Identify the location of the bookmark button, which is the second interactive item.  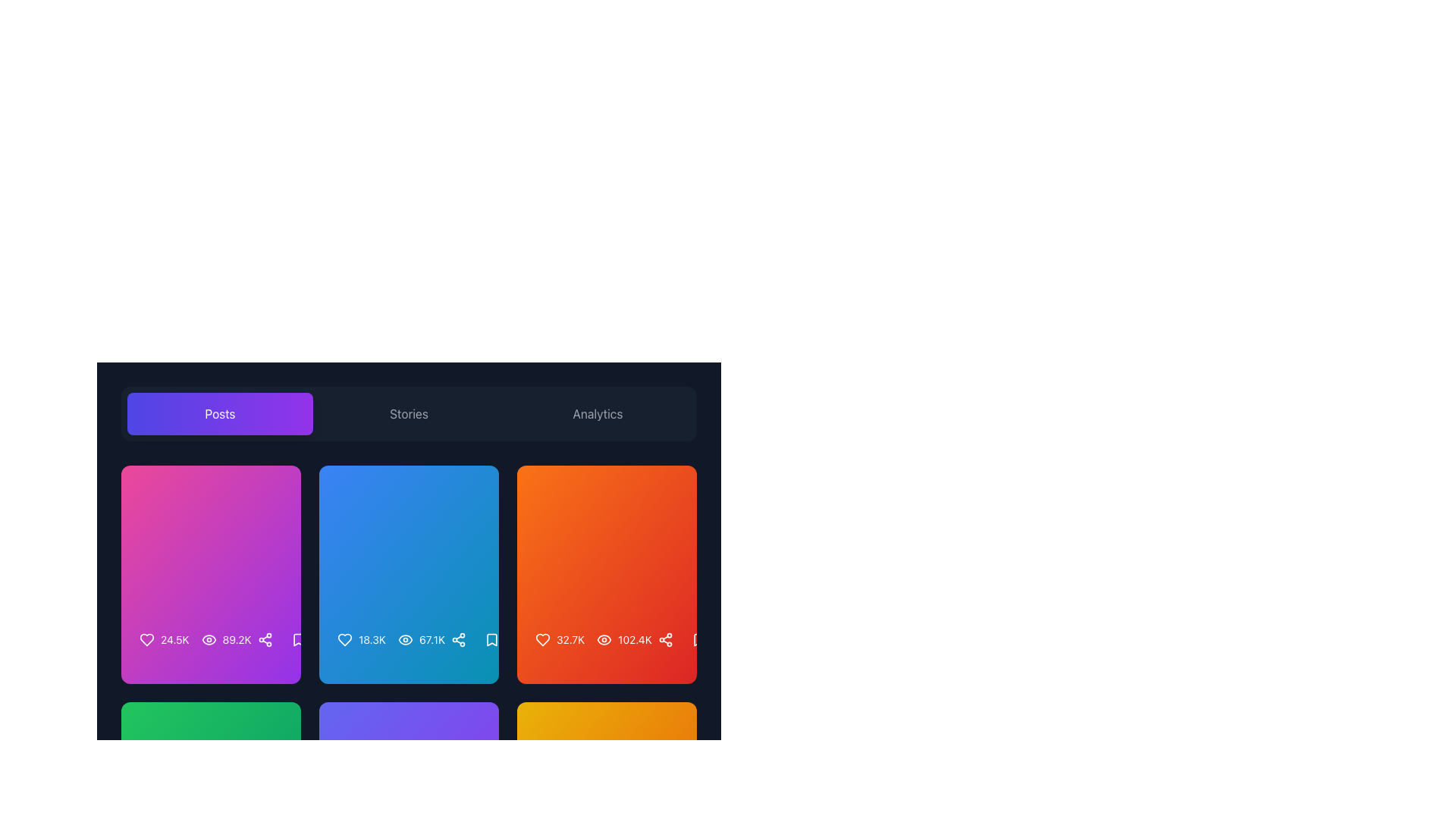
(698, 640).